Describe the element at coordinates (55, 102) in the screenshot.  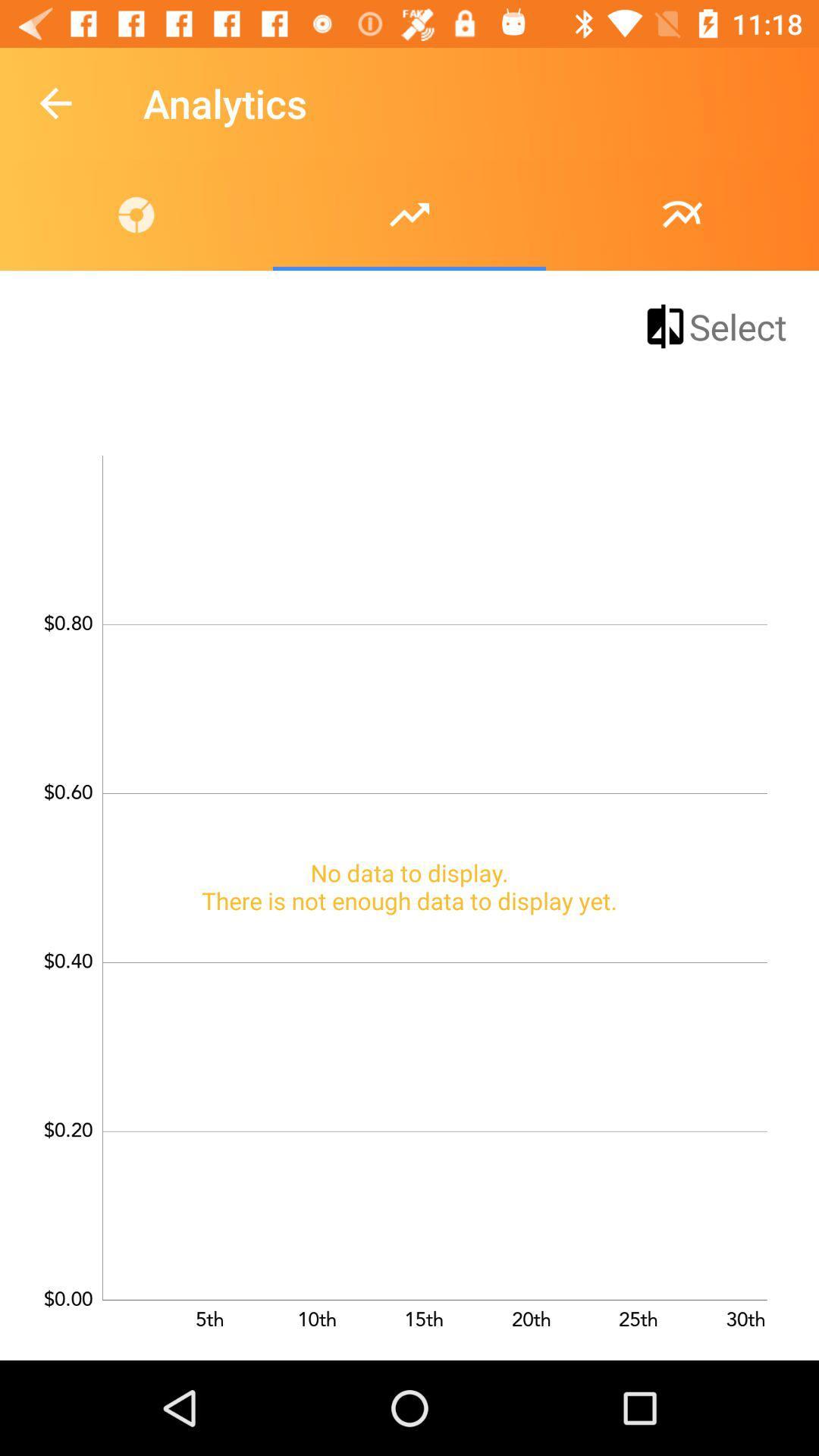
I see `the item to the left of the analytics item` at that location.